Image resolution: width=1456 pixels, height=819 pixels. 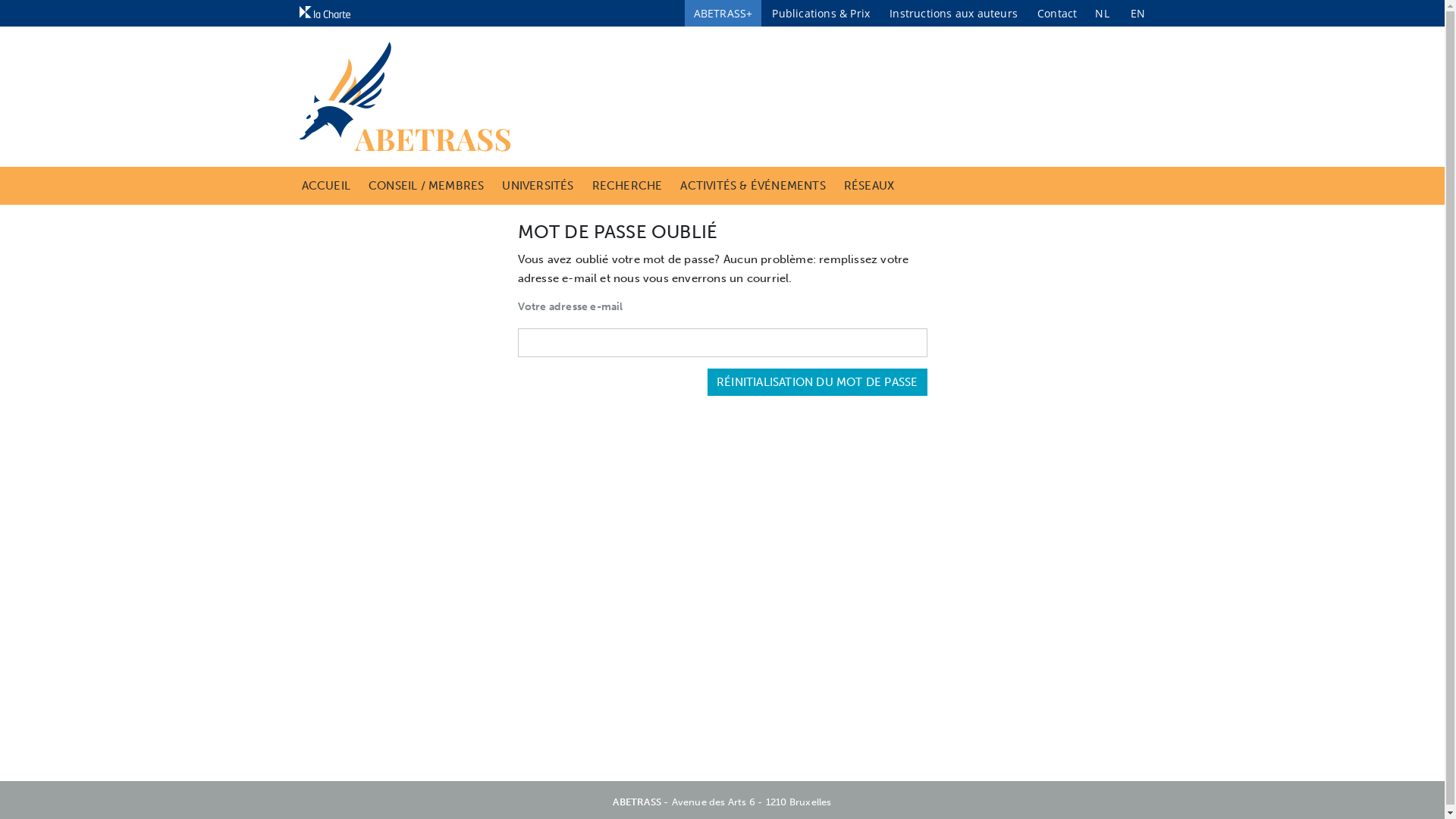 I want to click on 'RECHERCHE', so click(x=591, y=185).